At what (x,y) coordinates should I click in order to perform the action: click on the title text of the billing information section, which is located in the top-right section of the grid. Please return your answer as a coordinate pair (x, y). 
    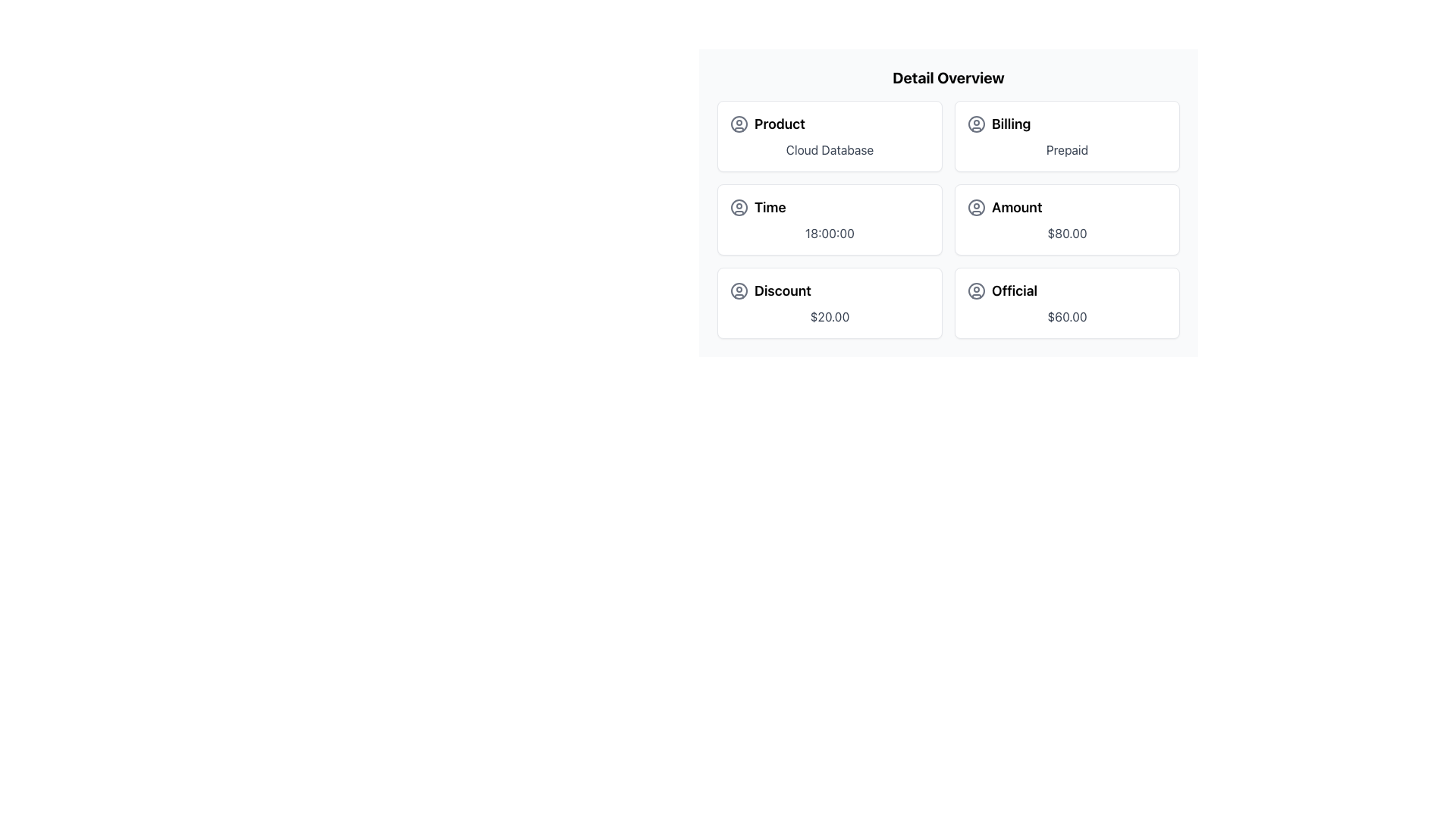
    Looking at the image, I should click on (1011, 124).